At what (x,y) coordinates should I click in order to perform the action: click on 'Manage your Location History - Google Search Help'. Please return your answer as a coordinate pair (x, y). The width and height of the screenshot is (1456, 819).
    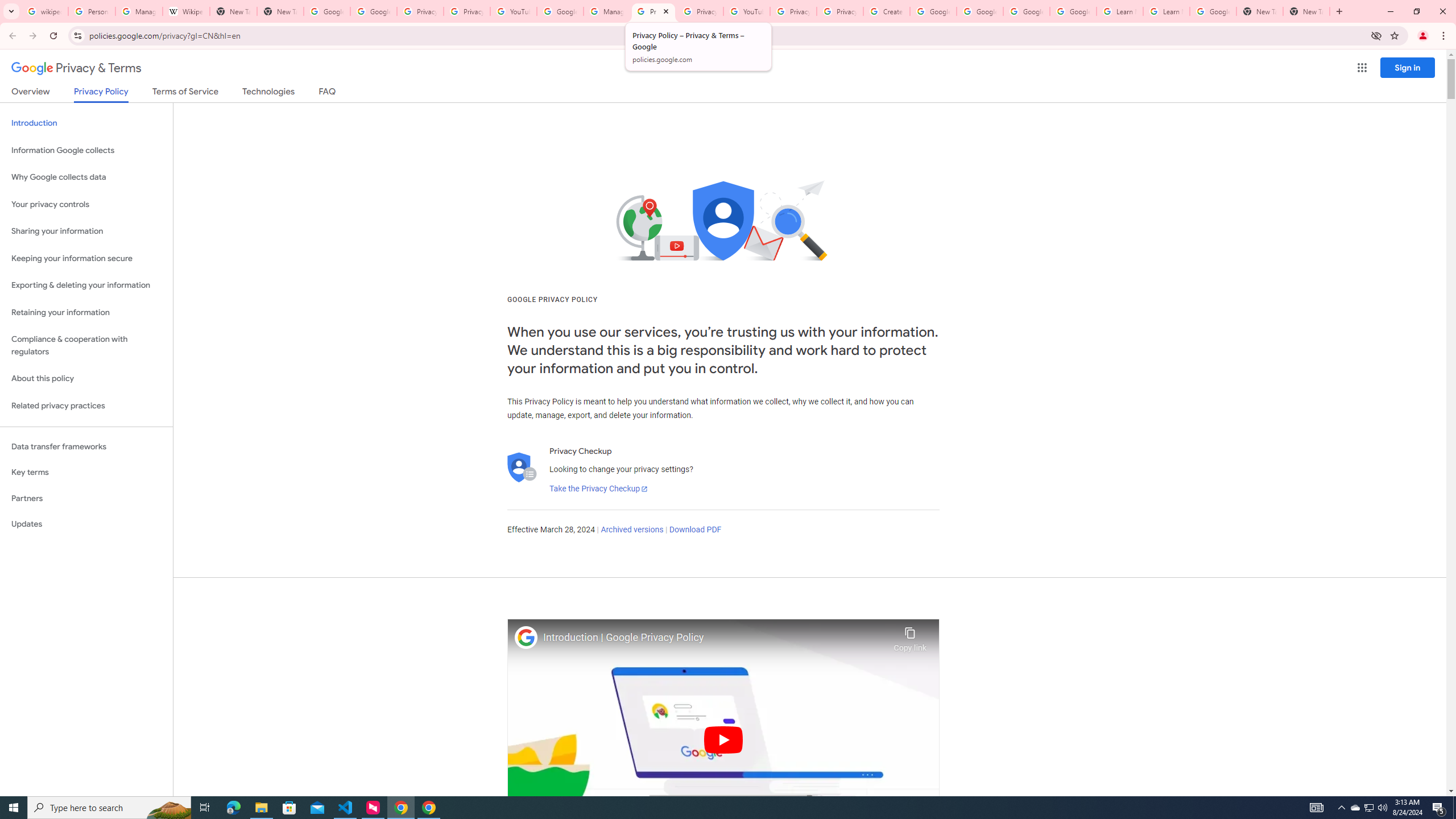
    Looking at the image, I should click on (139, 11).